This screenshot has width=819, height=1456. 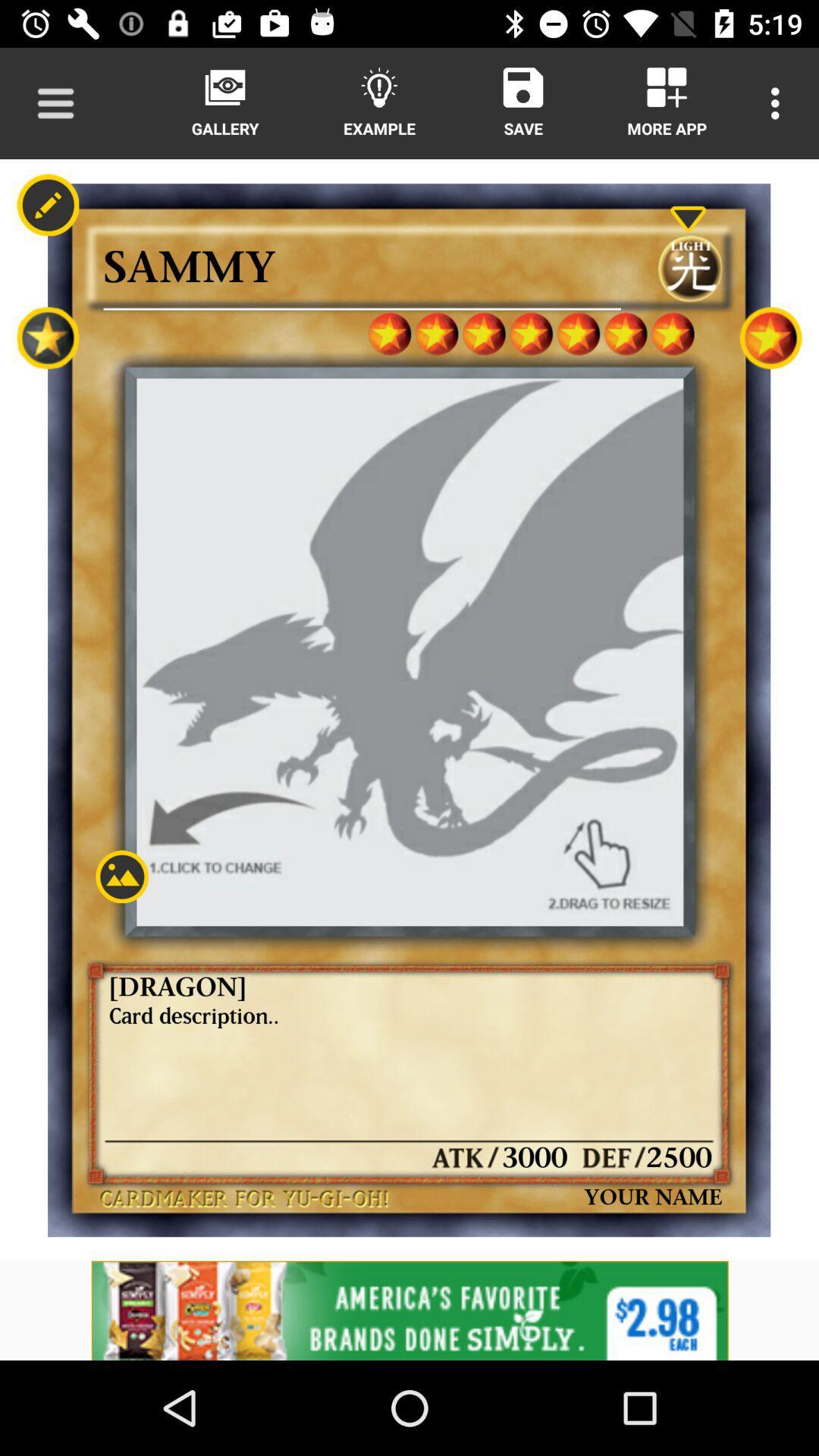 What do you see at coordinates (770, 337) in the screenshot?
I see `game button` at bounding box center [770, 337].